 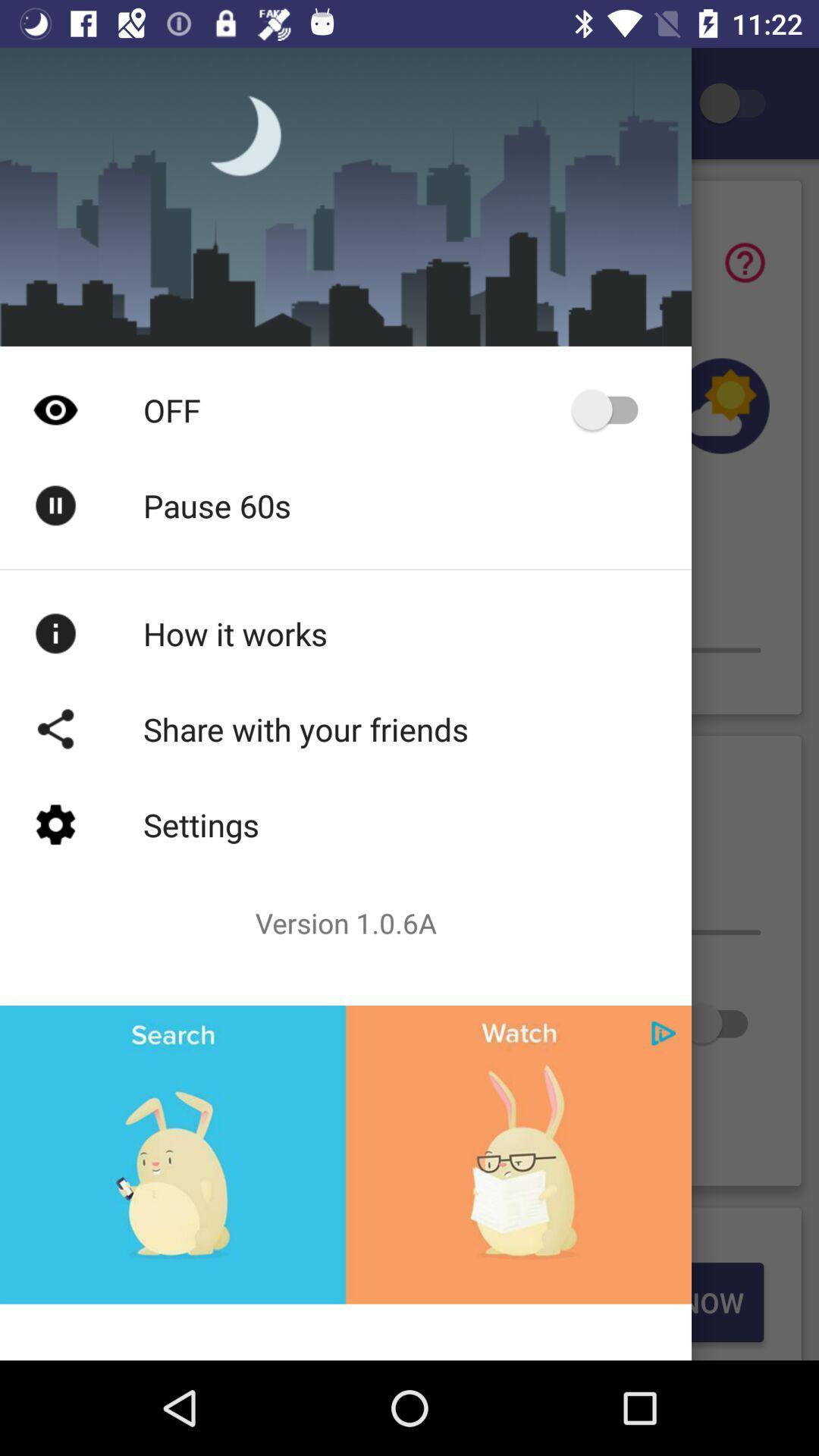 I want to click on autoplay page, so click(x=611, y=409).